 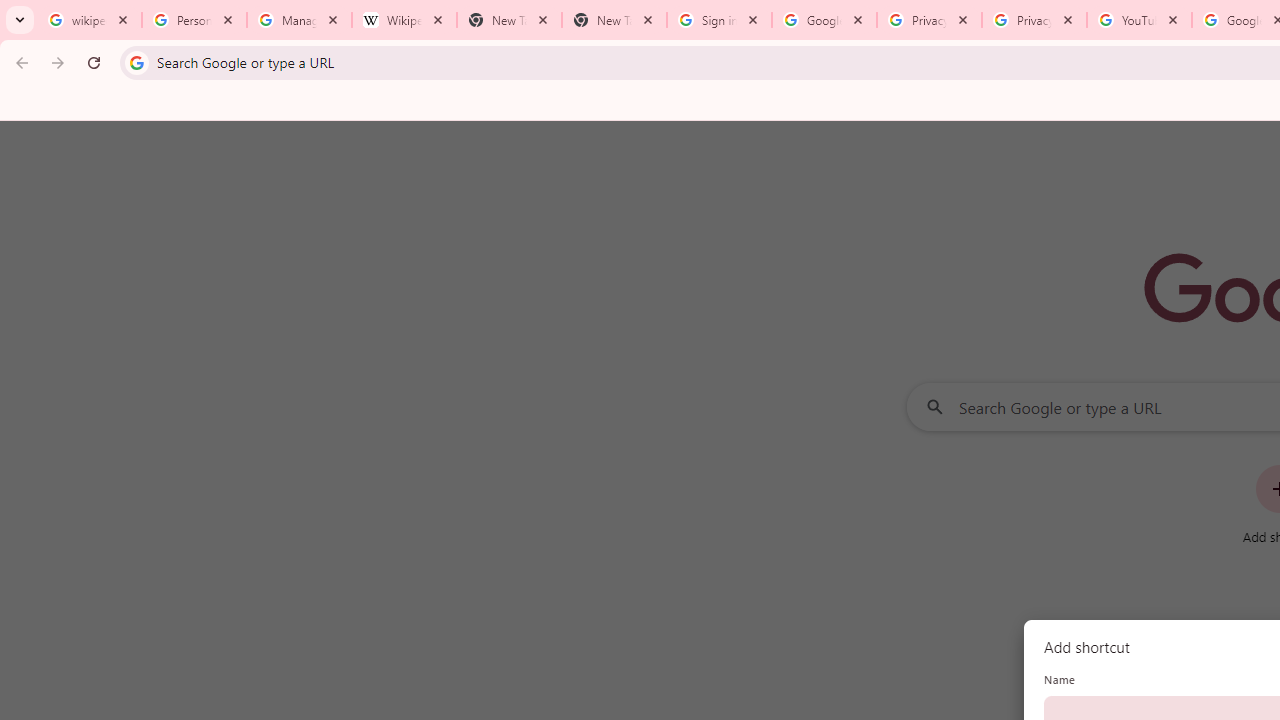 I want to click on 'Manage your Location History - Google Search Help', so click(x=298, y=20).